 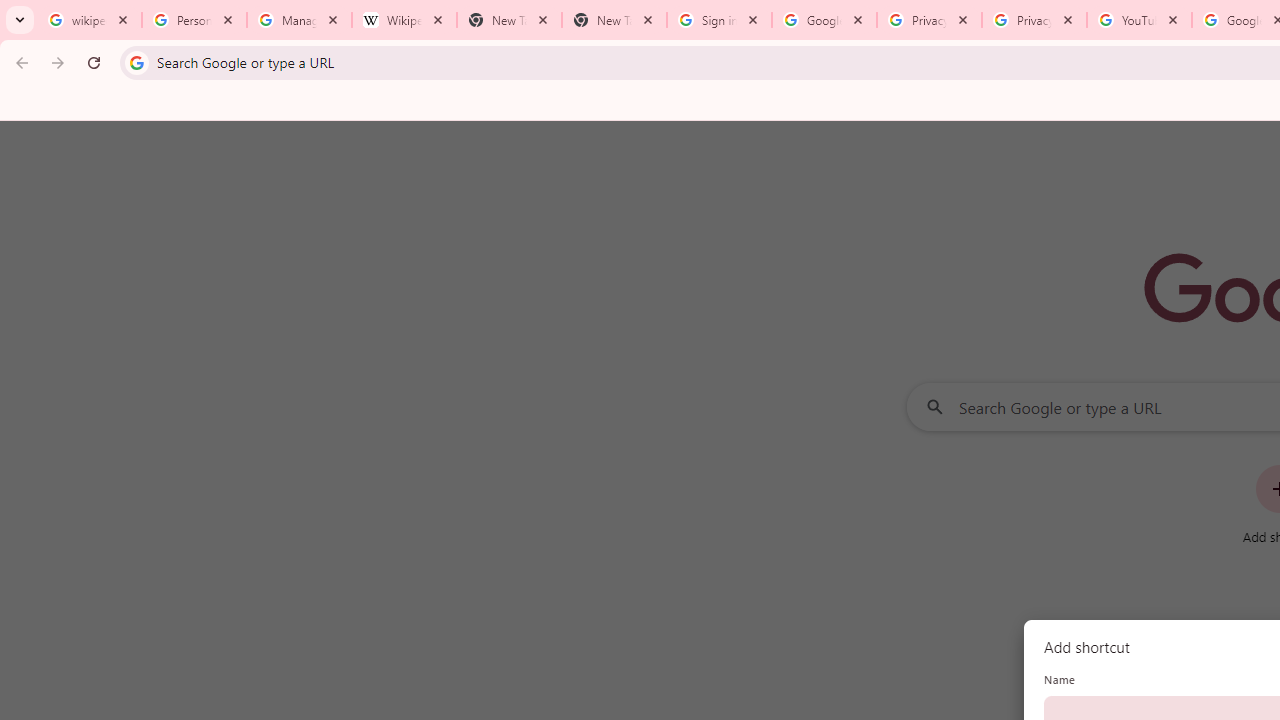 I want to click on 'Manage your Location History - Google Search Help', so click(x=298, y=20).